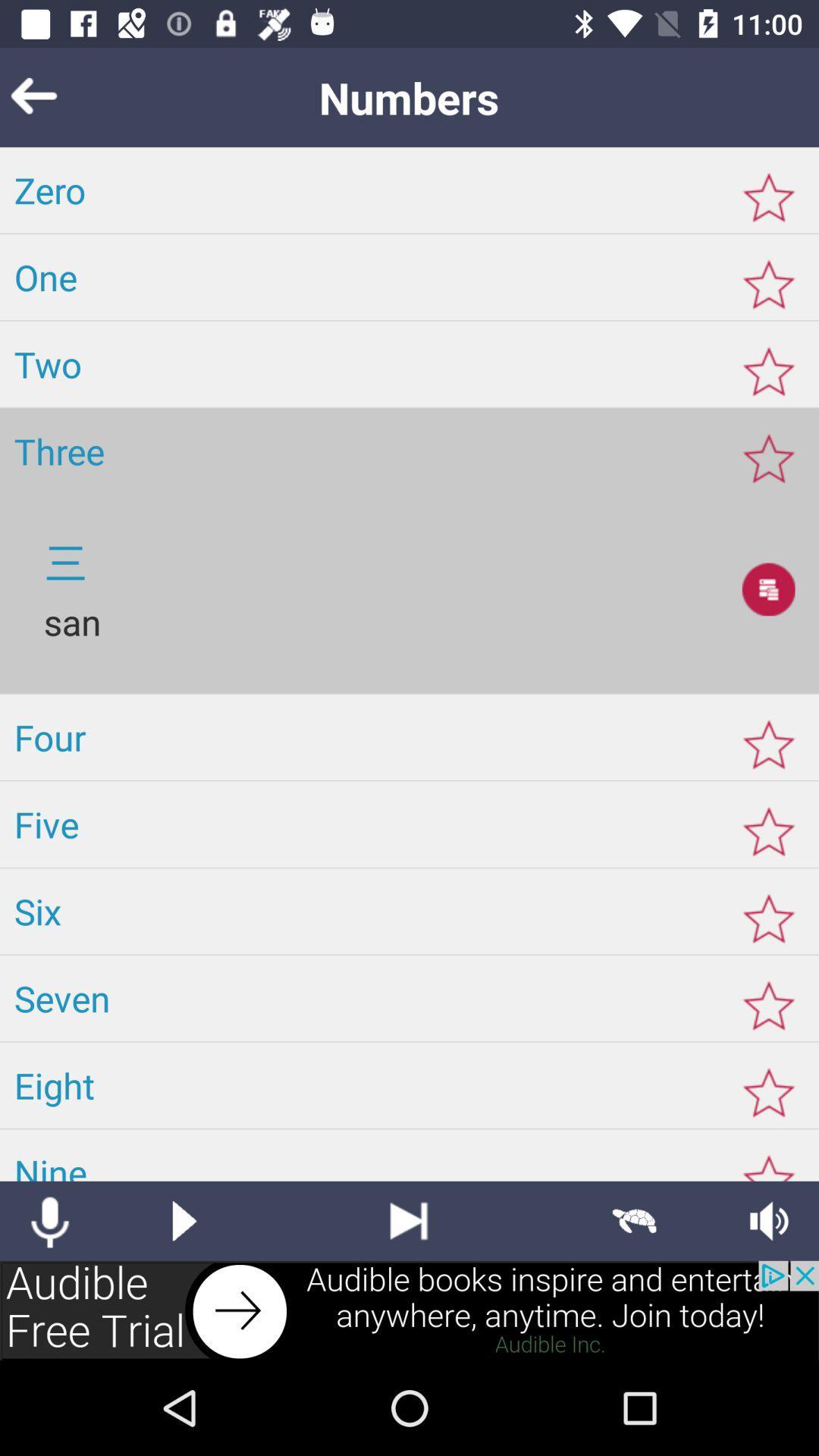  Describe the element at coordinates (408, 1221) in the screenshot. I see `the skip_next icon` at that location.